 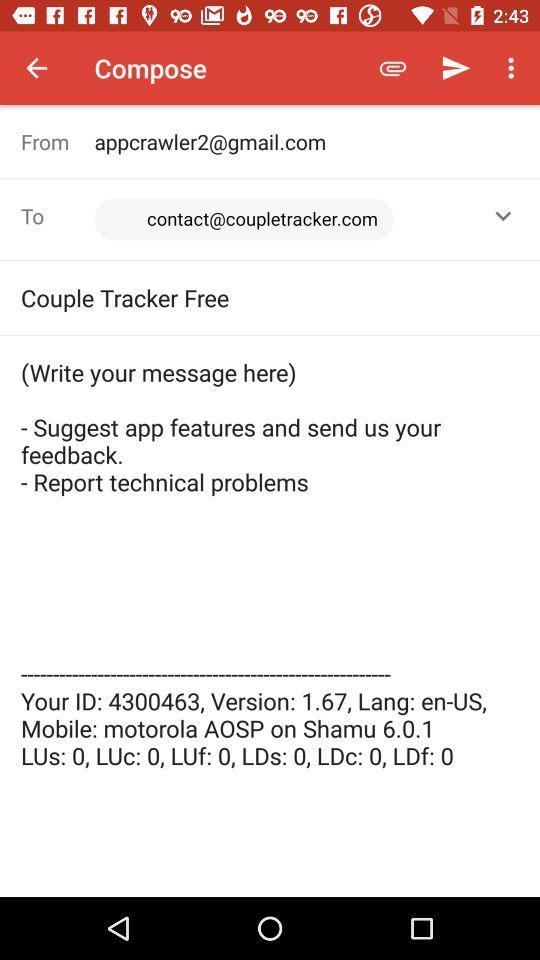 What do you see at coordinates (393, 68) in the screenshot?
I see `item next to the compose` at bounding box center [393, 68].